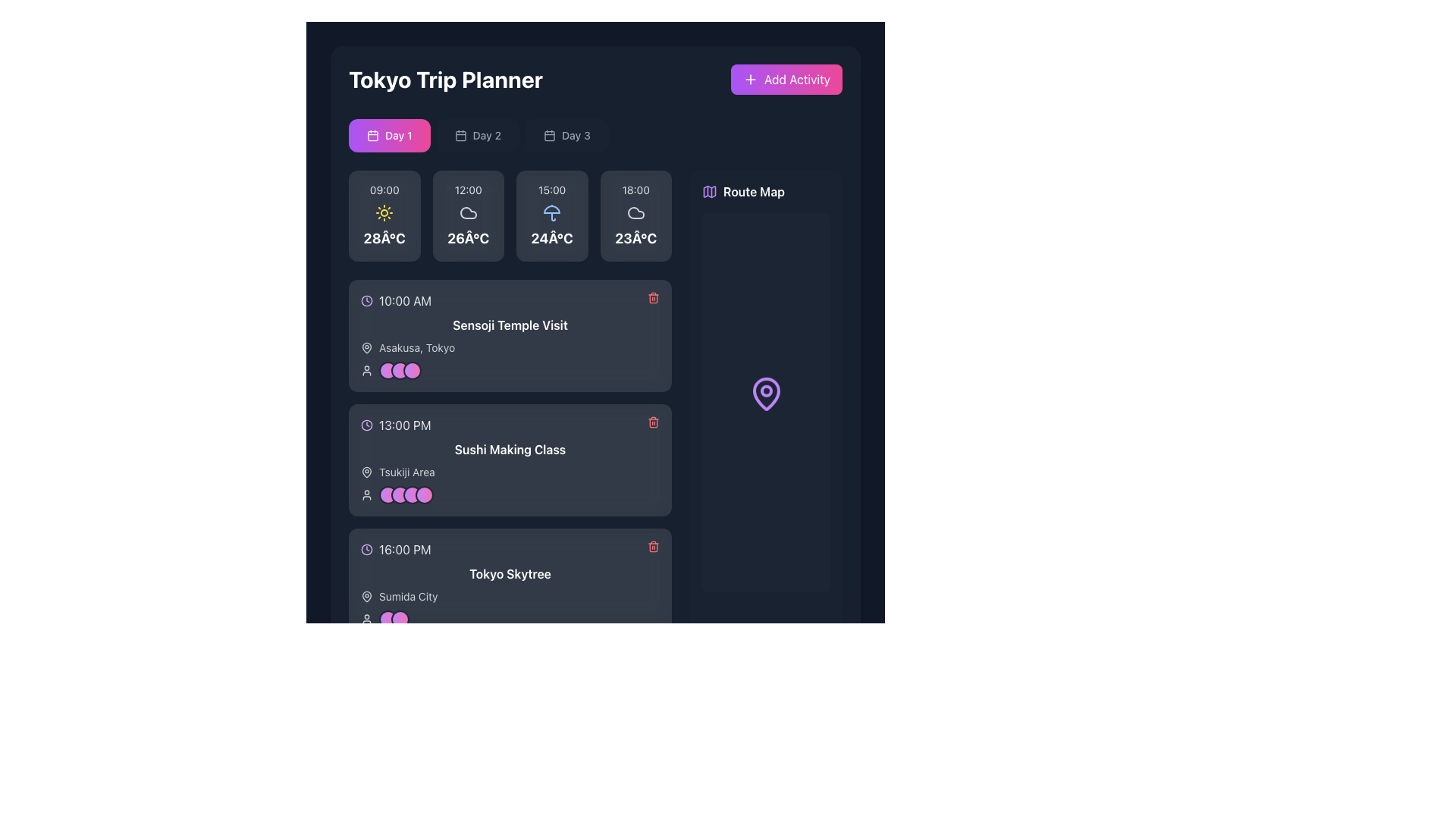  What do you see at coordinates (367, 348) in the screenshot?
I see `the map pin icon indicating the location 'Asakusa, Tokyo', which is positioned before the adjacent text` at bounding box center [367, 348].